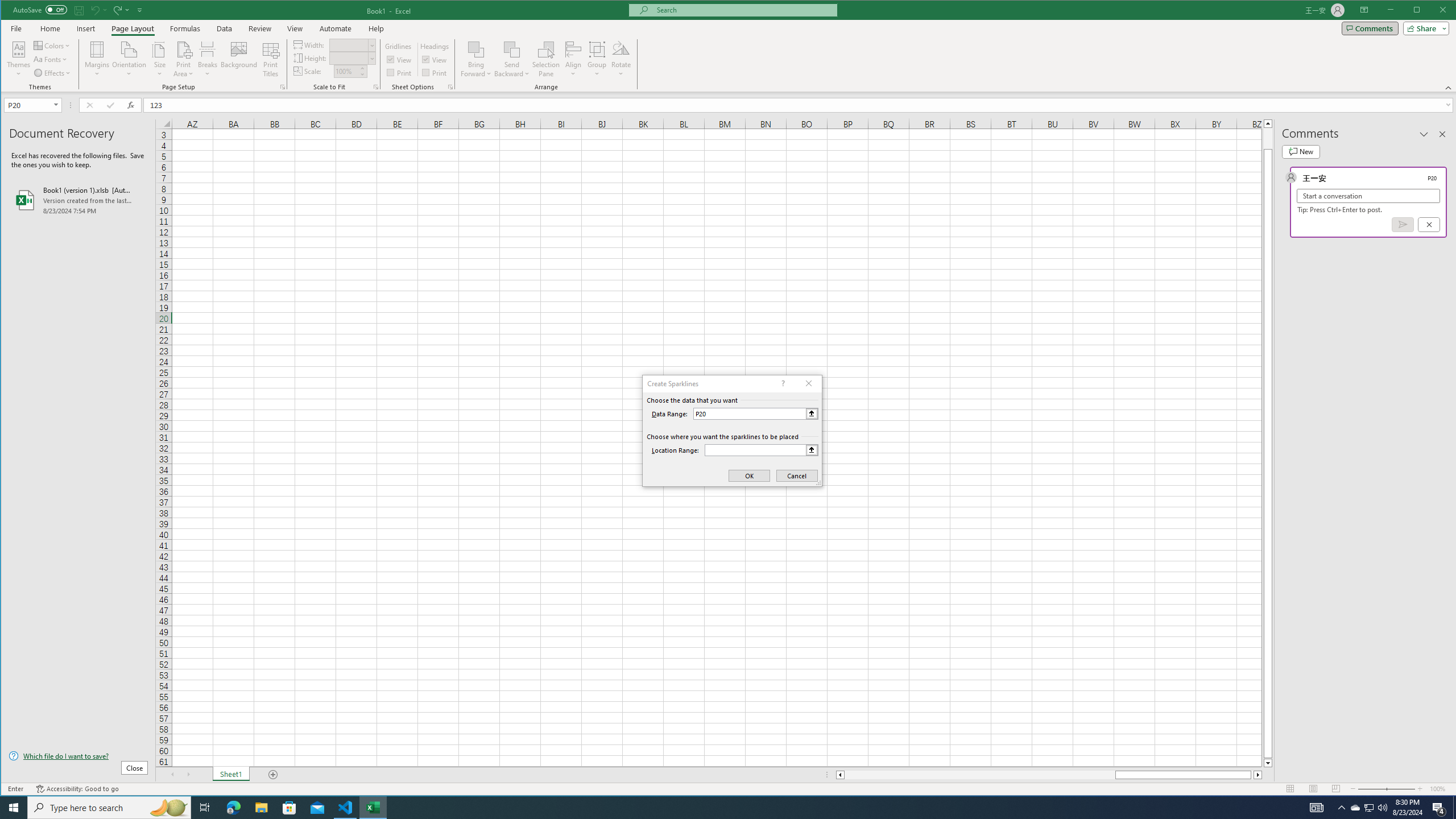 This screenshot has height=819, width=1456. I want to click on 'Post comment (Ctrl + Enter)', so click(1403, 224).